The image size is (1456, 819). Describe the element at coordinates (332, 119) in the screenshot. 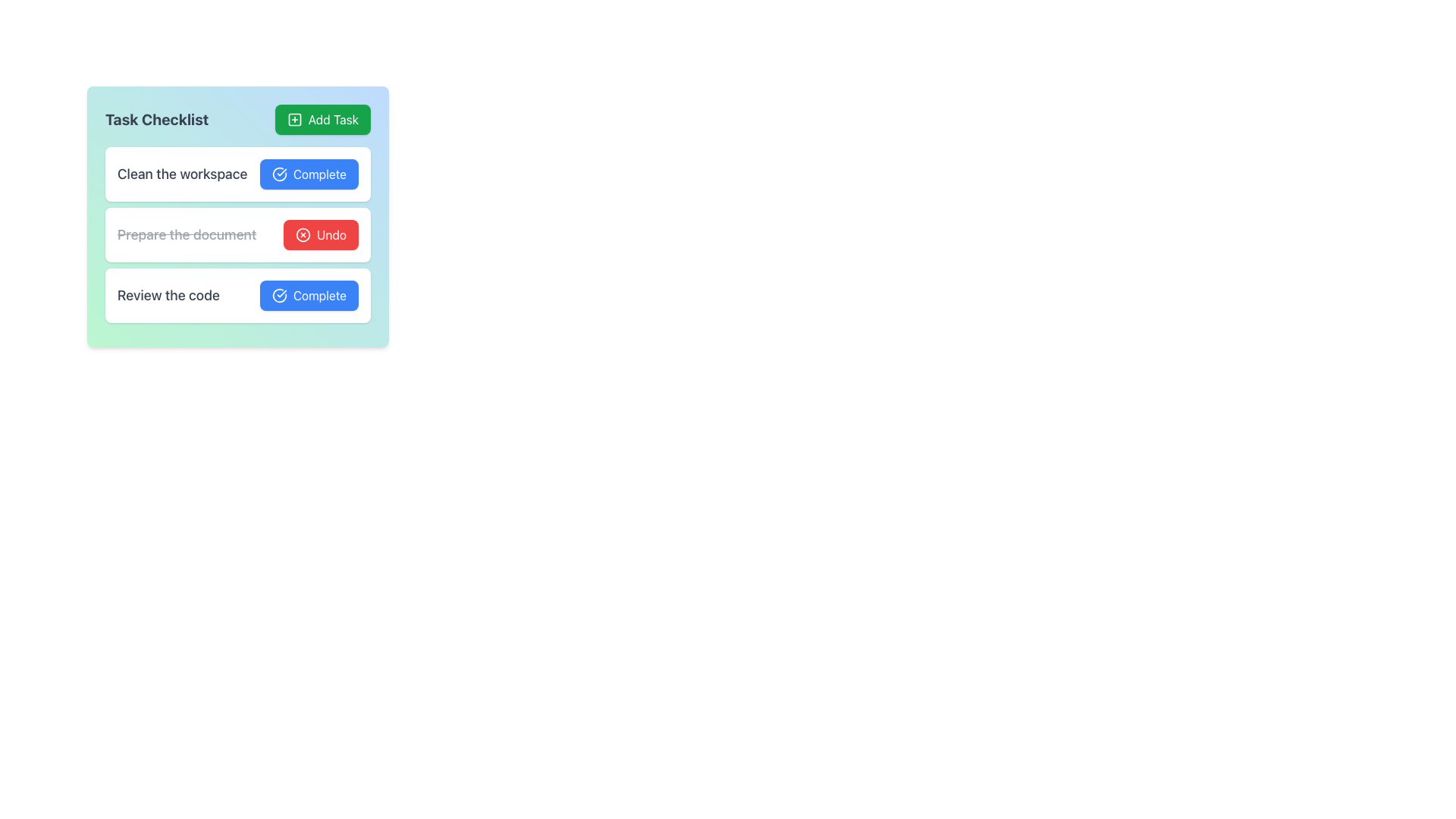

I see `the 'Add Task' button which features white text on a green background, located at the top-right of the 'Task Checklist' box, next to a square-plus icon` at that location.